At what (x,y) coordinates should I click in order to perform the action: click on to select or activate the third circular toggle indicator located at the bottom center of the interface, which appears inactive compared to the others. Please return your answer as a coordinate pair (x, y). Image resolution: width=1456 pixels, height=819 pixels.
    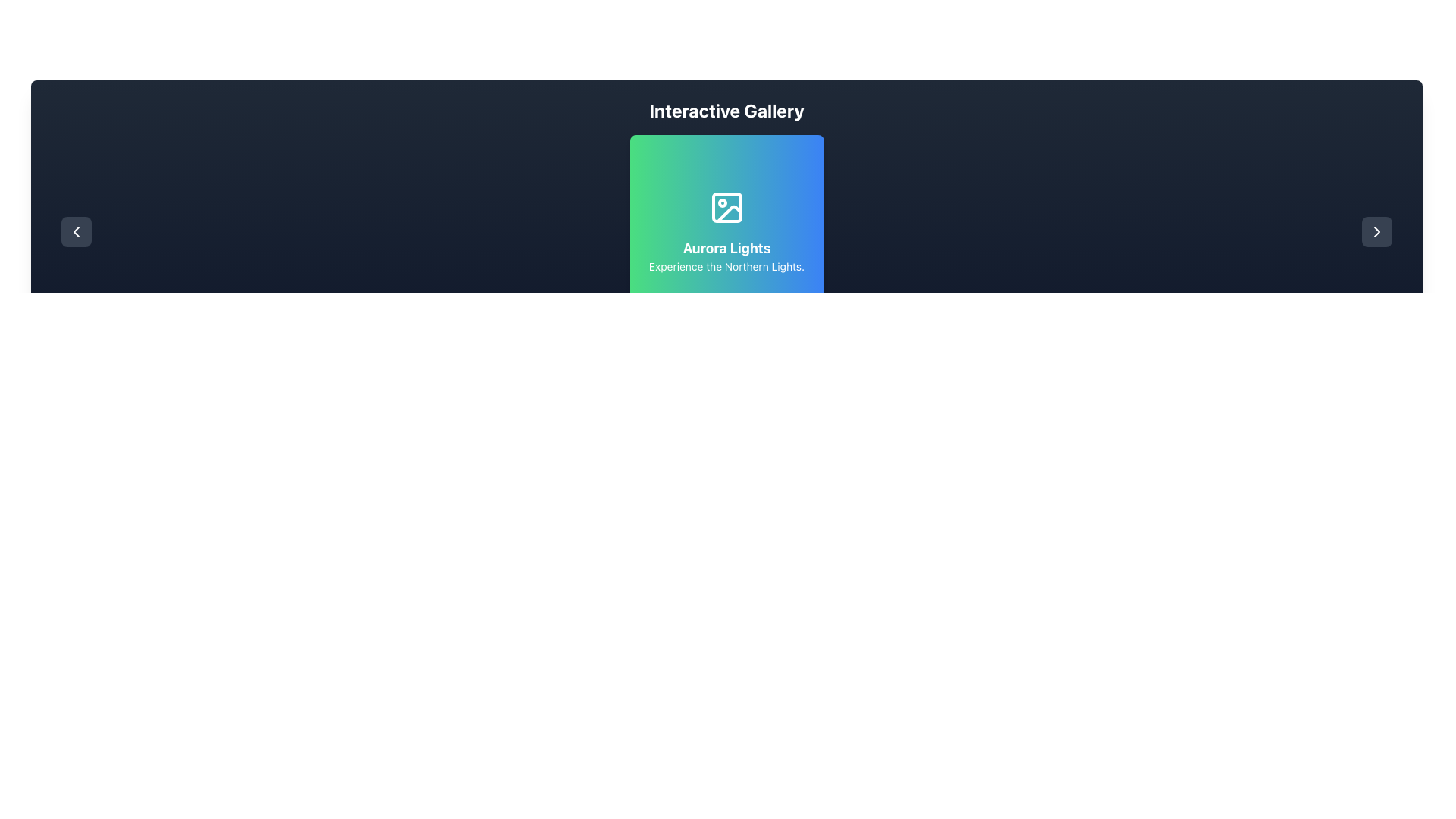
    Looking at the image, I should click on (745, 347).